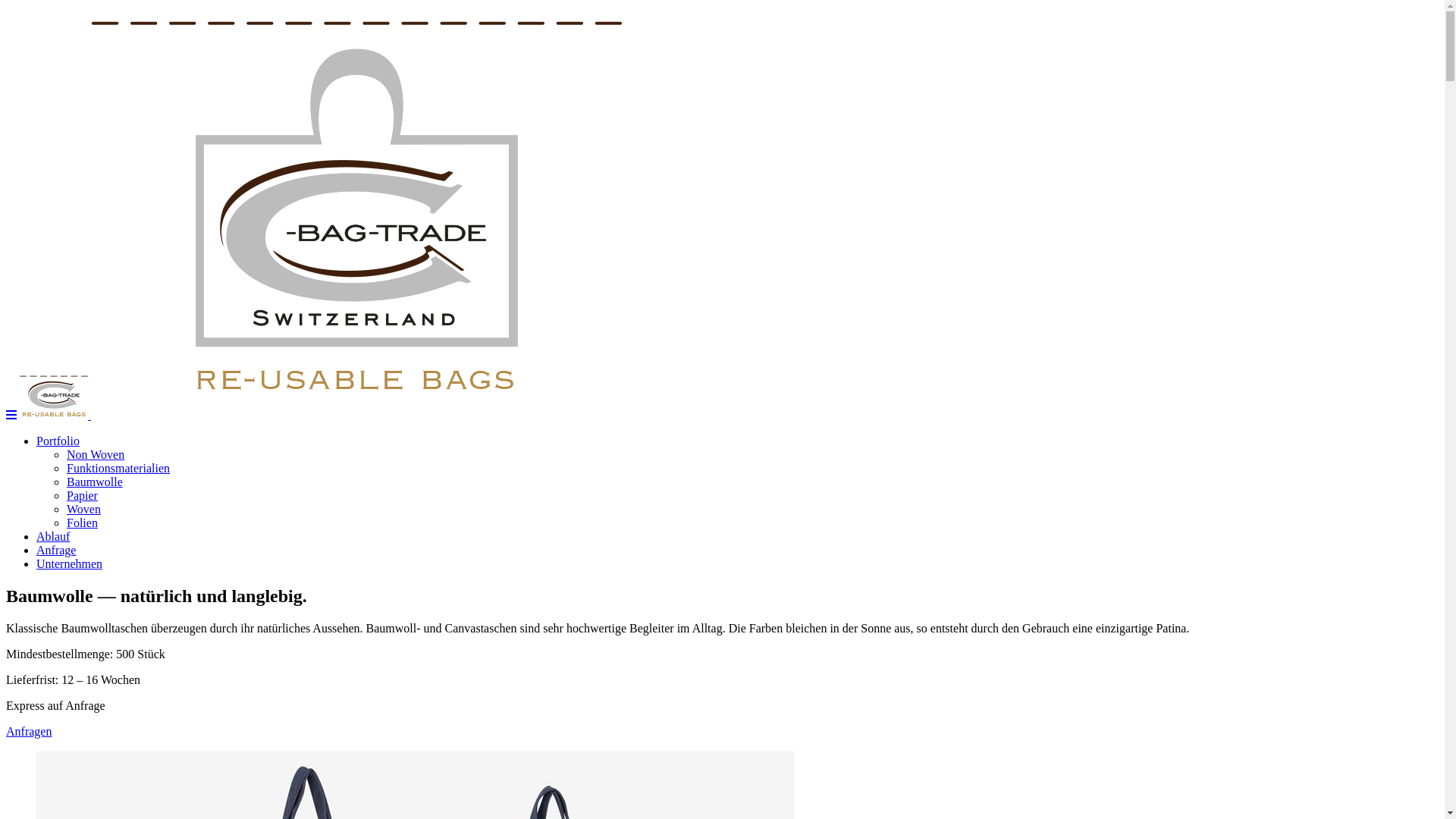  I want to click on 'Funktionsmaterialien', so click(118, 467).